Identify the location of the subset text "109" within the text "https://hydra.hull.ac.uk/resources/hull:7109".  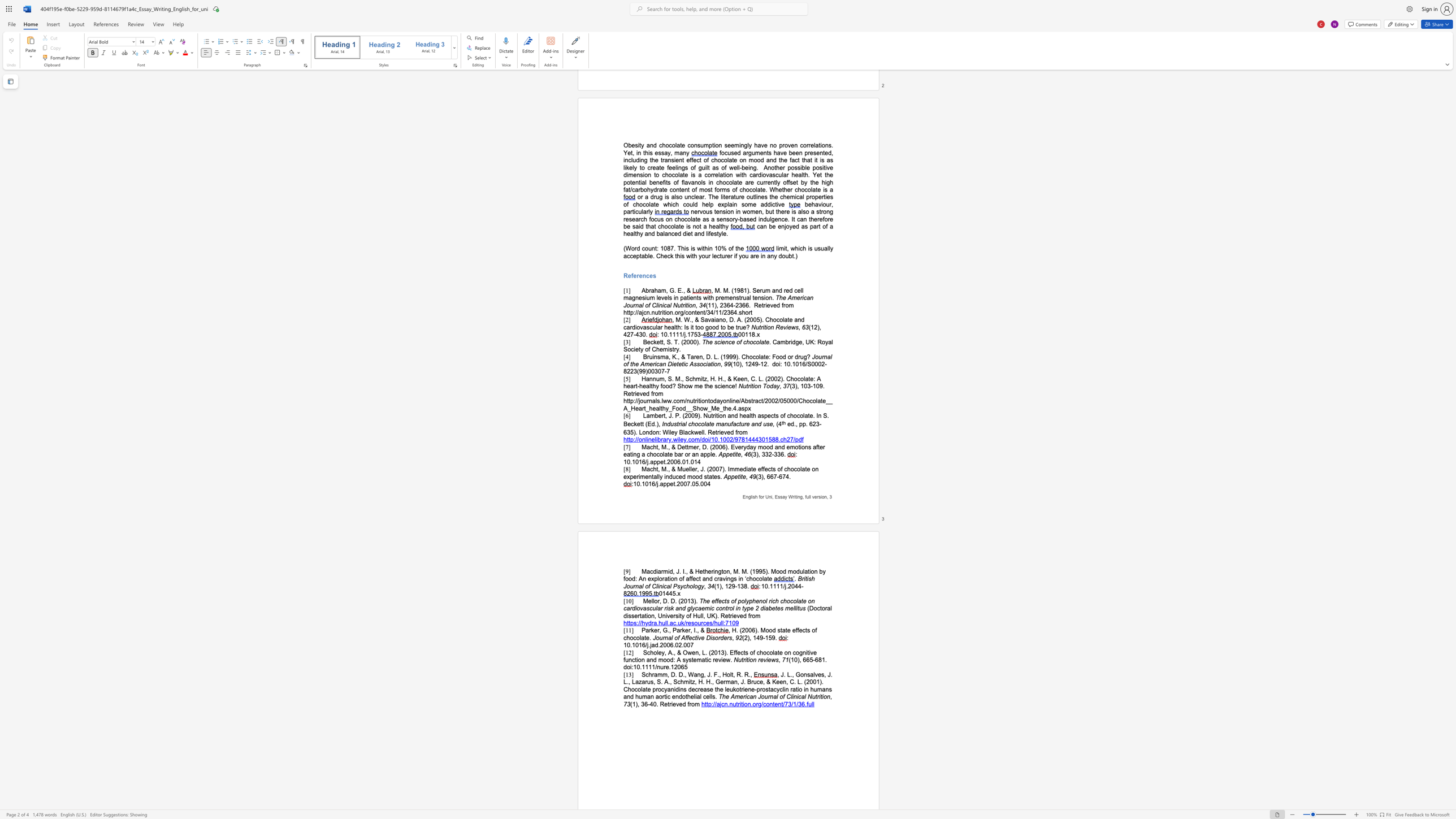
(728, 623).